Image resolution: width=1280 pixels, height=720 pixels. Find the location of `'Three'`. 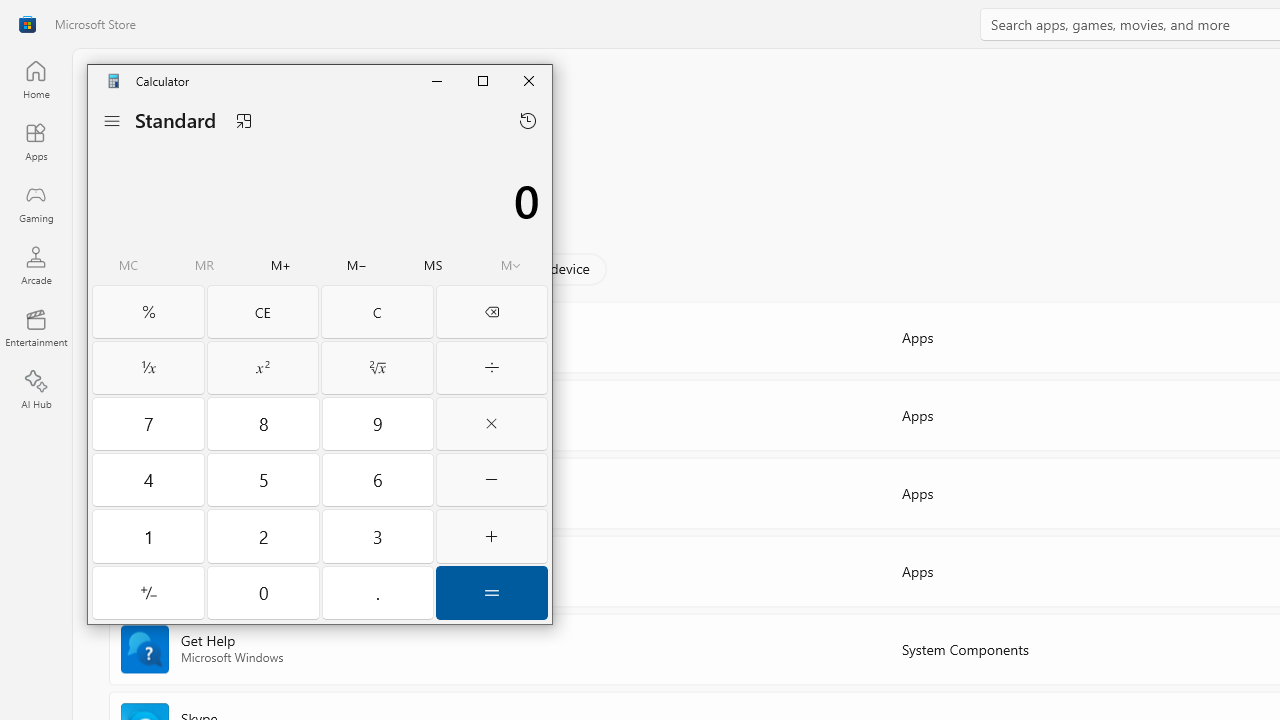

'Three' is located at coordinates (378, 535).